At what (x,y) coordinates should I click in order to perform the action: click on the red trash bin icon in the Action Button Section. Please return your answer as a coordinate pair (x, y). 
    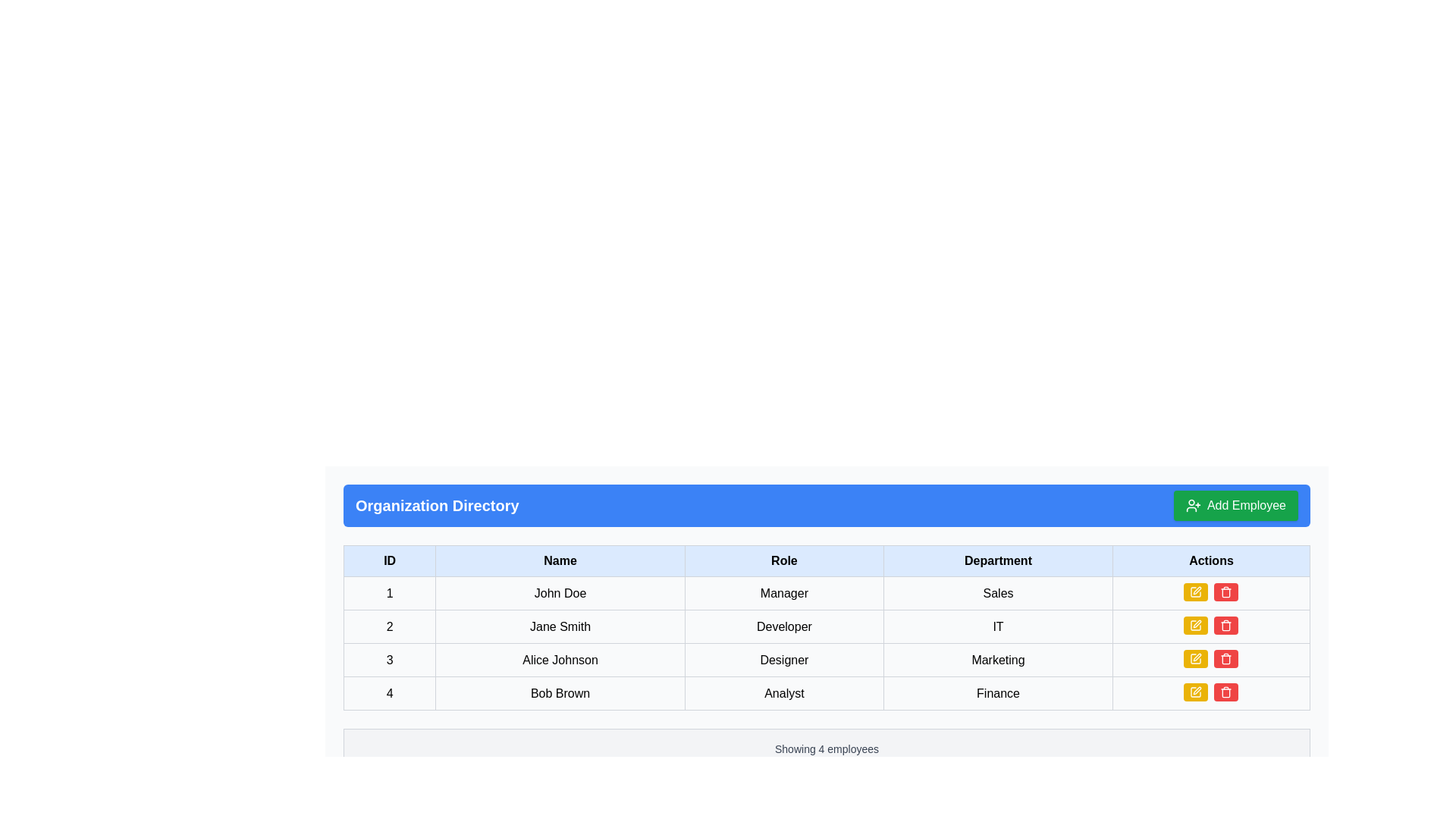
    Looking at the image, I should click on (1210, 693).